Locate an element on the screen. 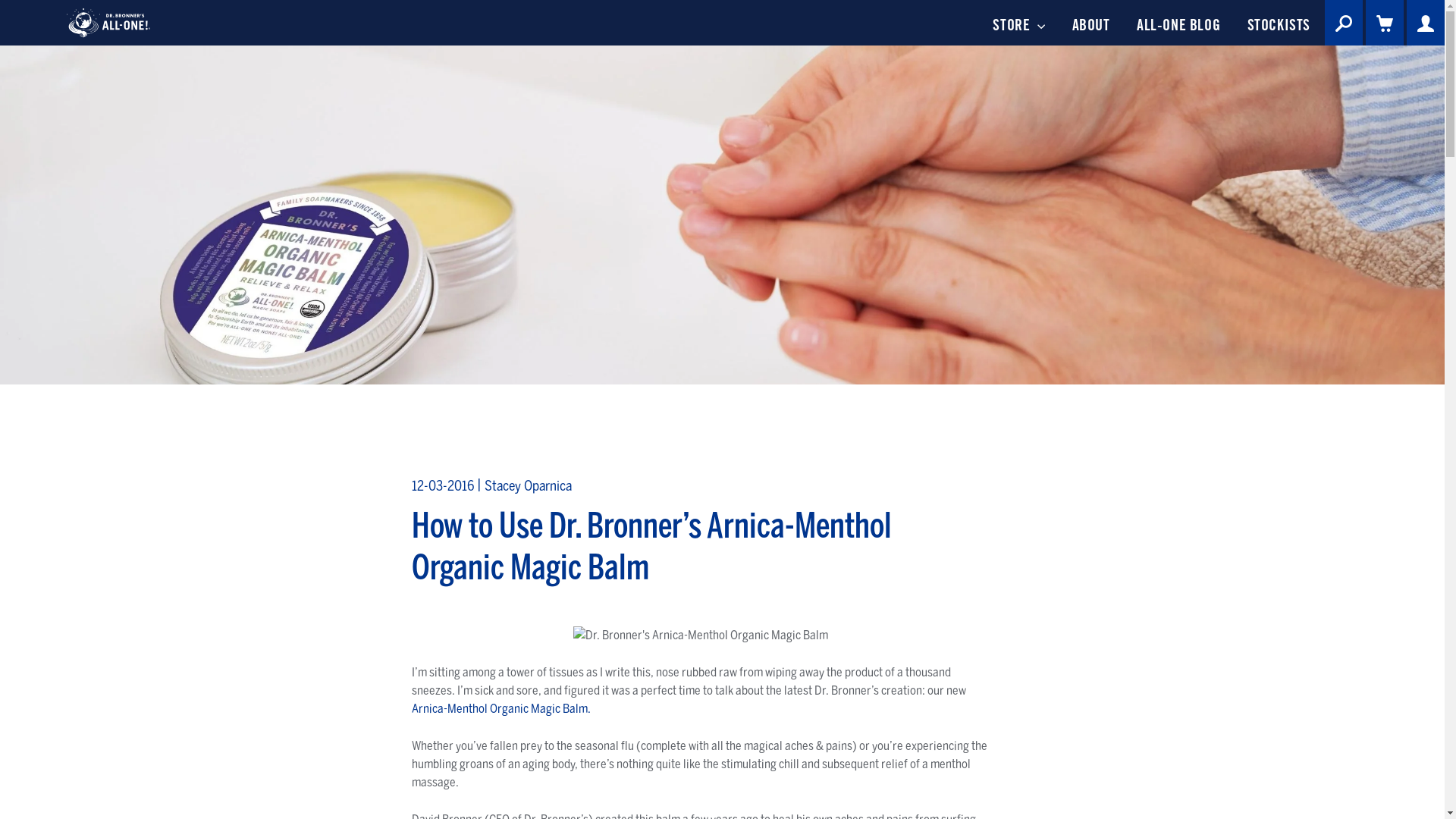 This screenshot has height=819, width=1456. 'ABOUT' is located at coordinates (1090, 23).